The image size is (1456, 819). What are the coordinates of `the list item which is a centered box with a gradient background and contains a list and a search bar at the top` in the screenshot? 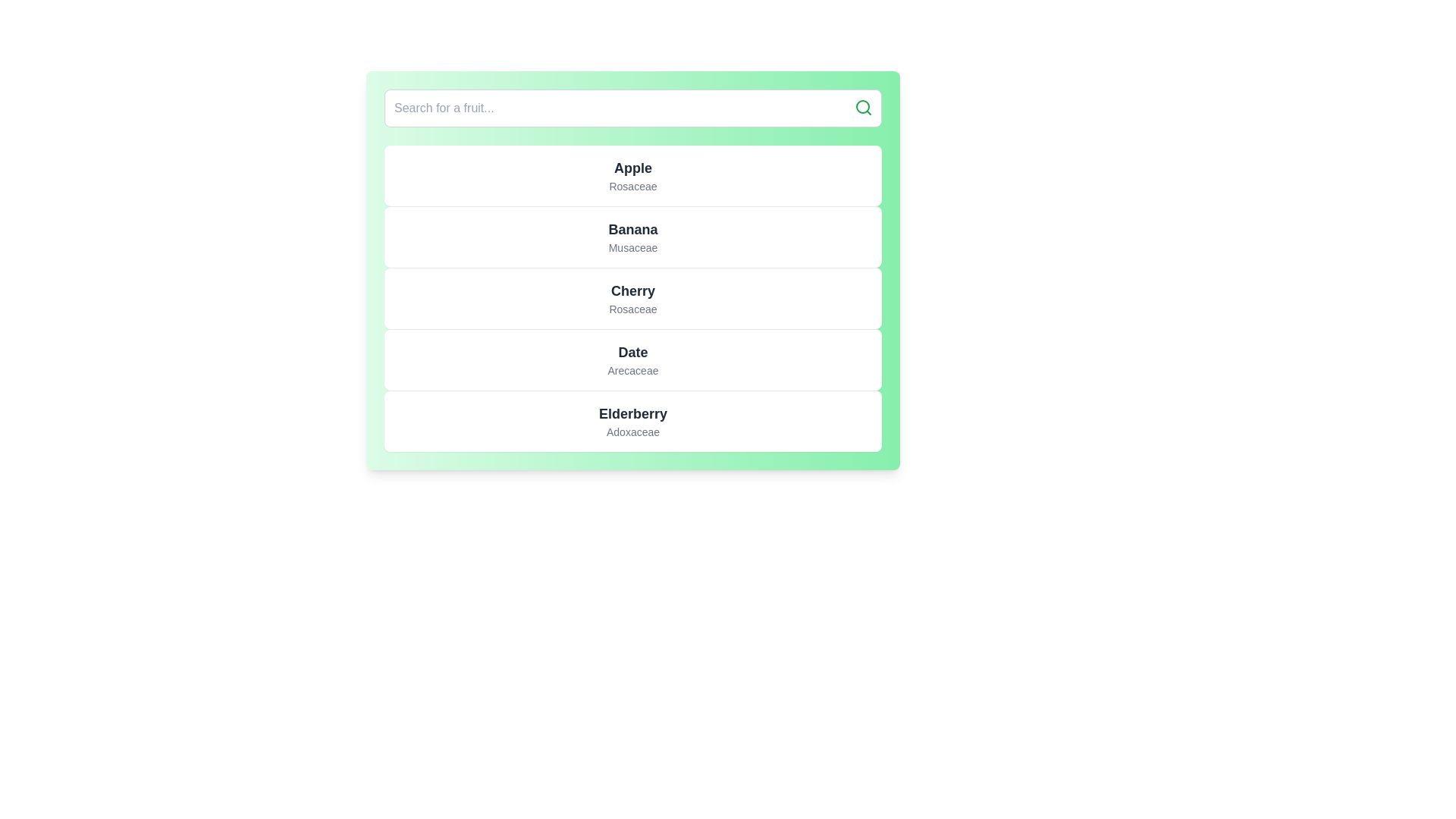 It's located at (633, 270).